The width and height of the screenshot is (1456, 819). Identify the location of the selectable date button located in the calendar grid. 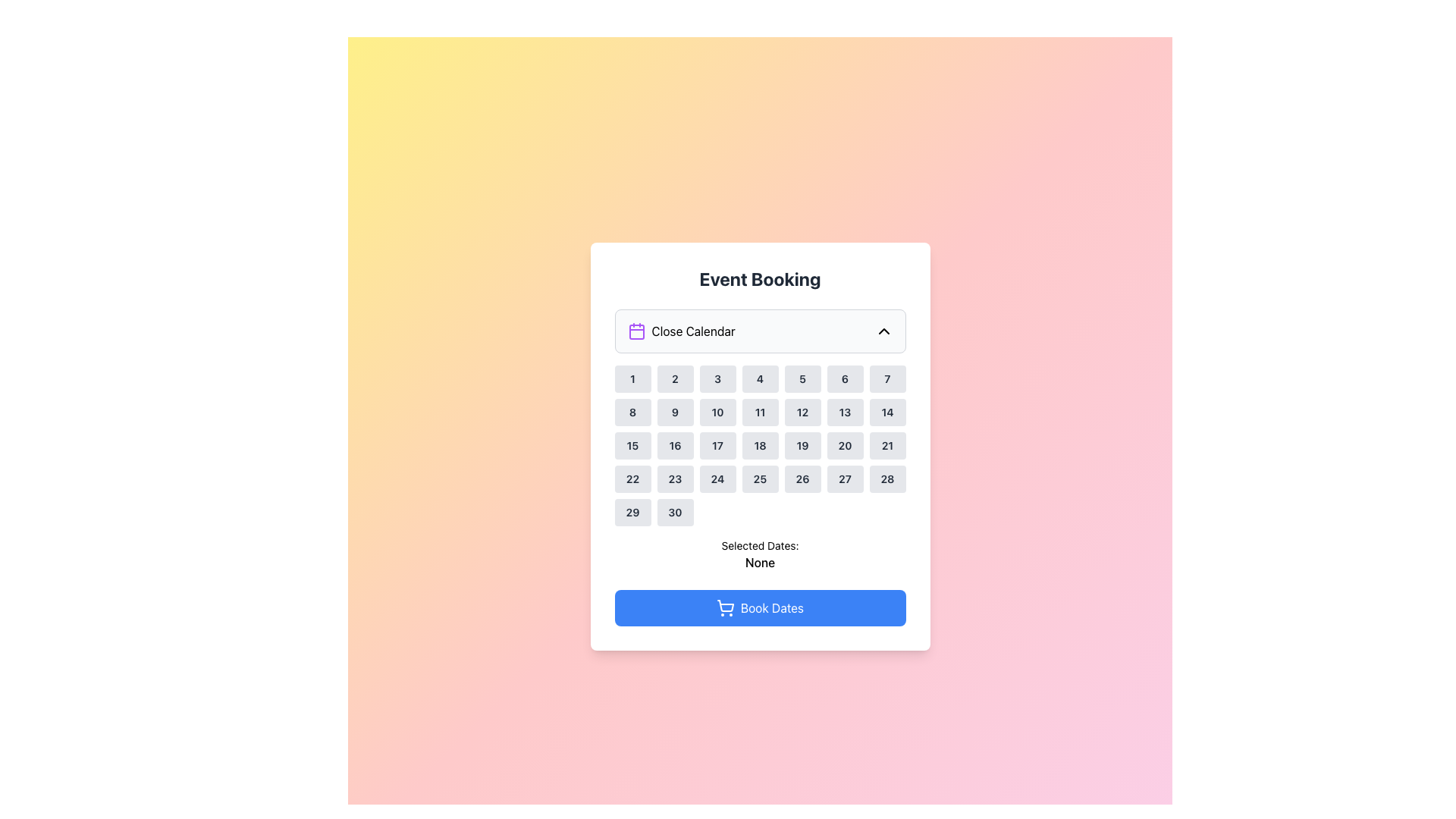
(674, 412).